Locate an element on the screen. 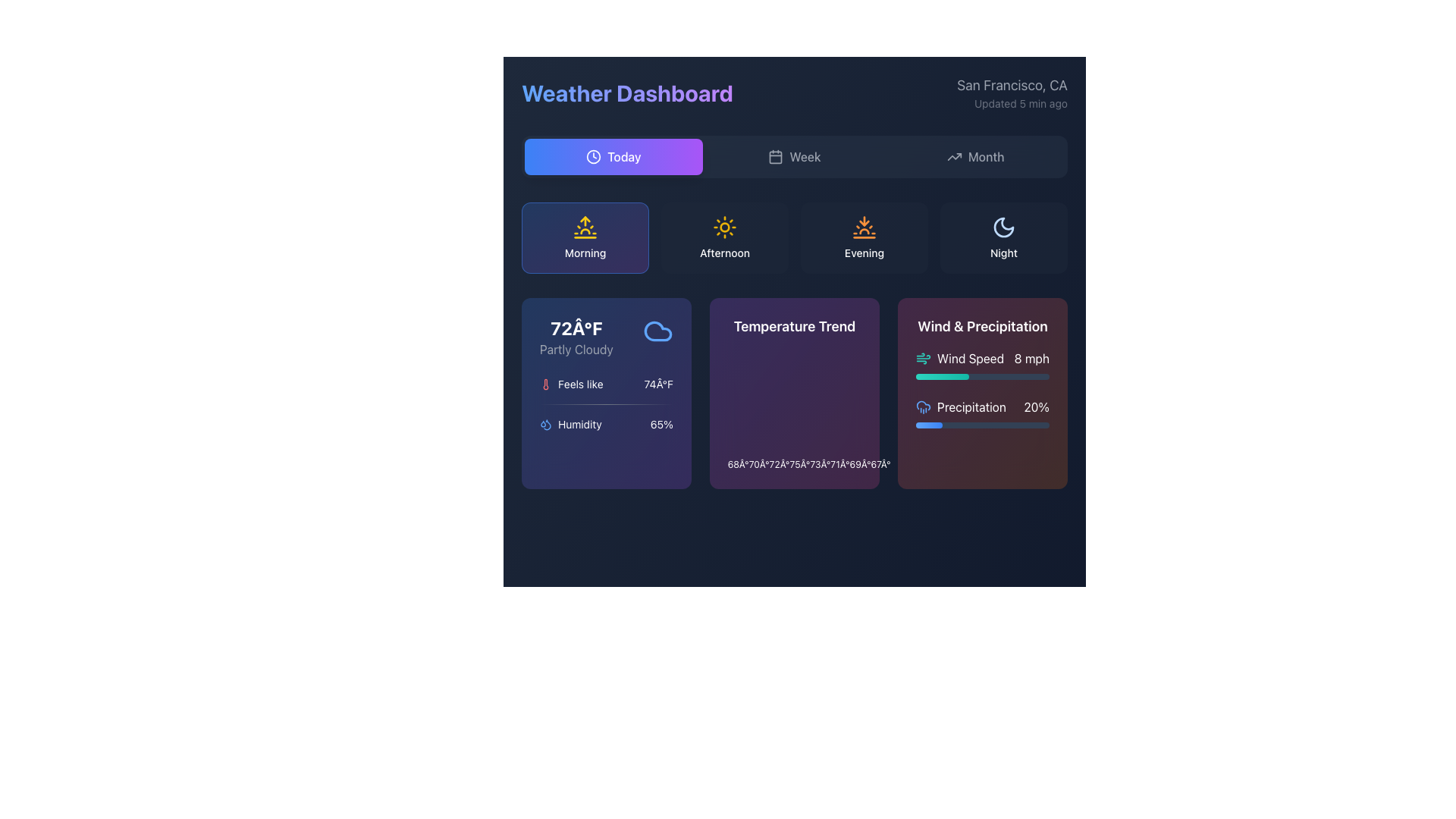 The image size is (1456, 819). displayed wind speed value from the text element located centrally in the 'Wind & Precipitation' section of the weather dashboard is located at coordinates (983, 359).